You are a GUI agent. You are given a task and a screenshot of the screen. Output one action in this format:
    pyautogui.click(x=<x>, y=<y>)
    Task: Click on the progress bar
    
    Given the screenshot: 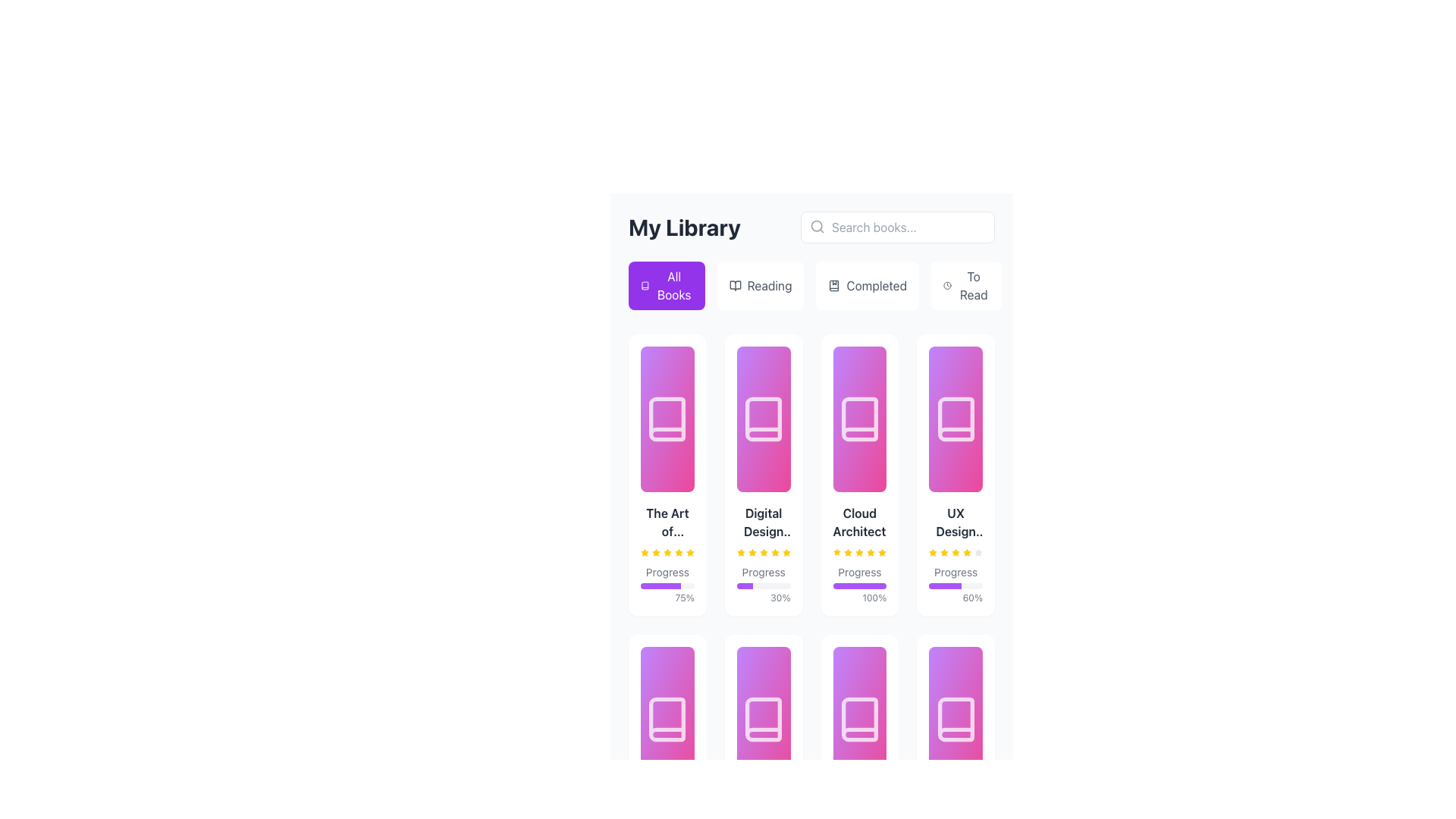 What is the action you would take?
    pyautogui.click(x=665, y=585)
    